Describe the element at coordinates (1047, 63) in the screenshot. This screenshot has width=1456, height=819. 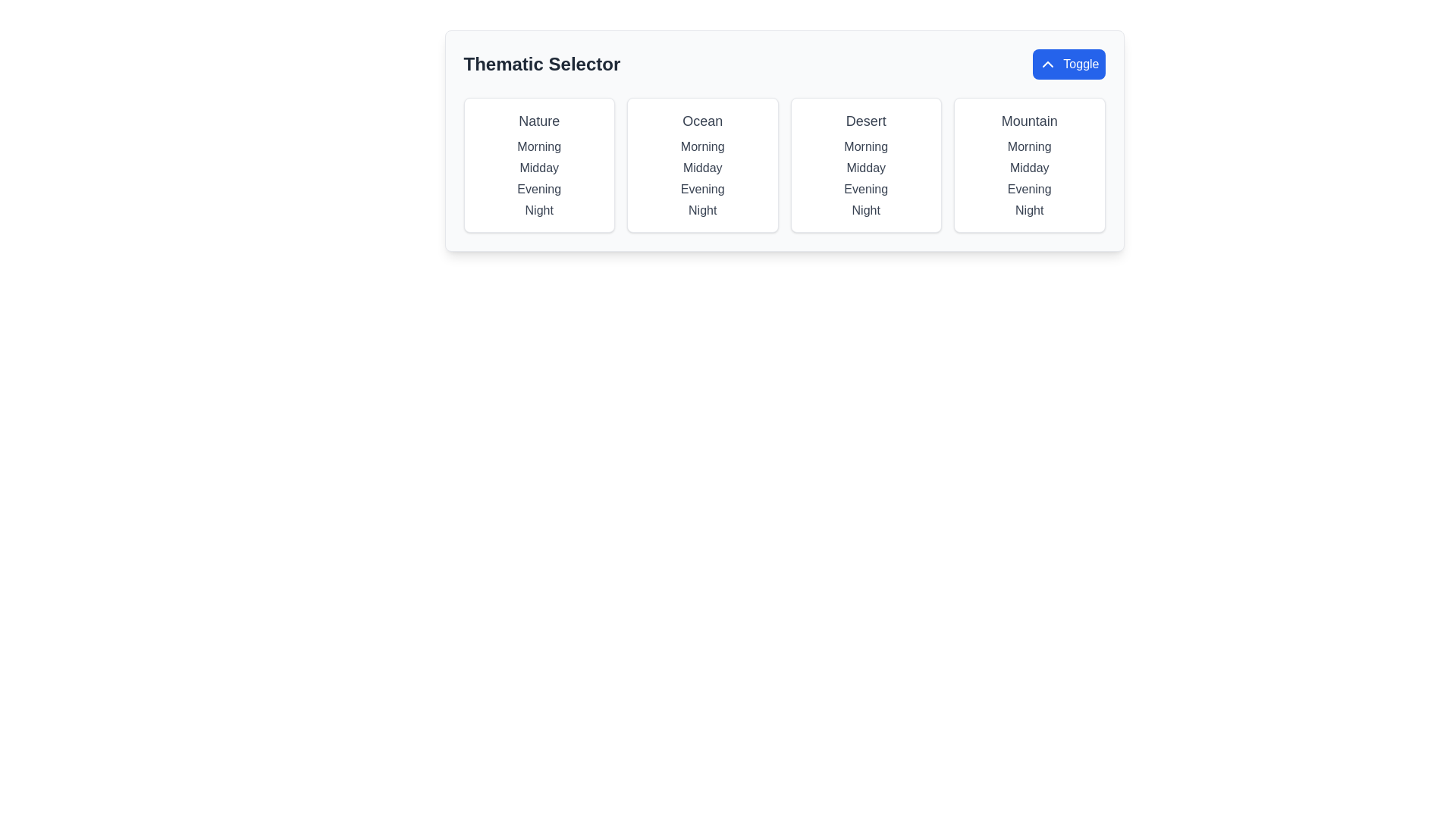
I see `the upward-pointing chevron icon within the blue 'Toggle' button located in the top-right corner of the 'Thematic Selector' card` at that location.